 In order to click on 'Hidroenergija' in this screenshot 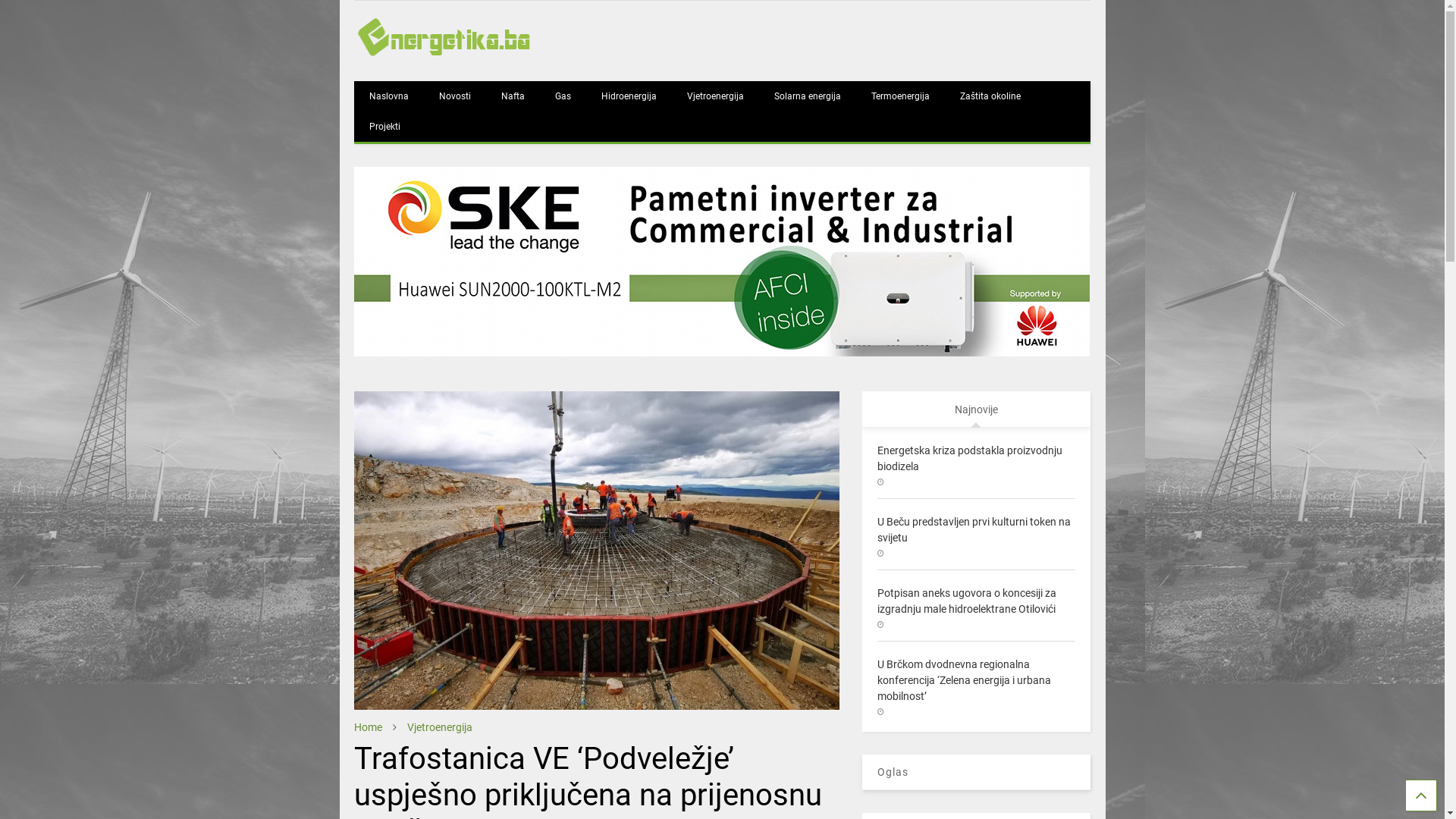, I will do `click(585, 96)`.